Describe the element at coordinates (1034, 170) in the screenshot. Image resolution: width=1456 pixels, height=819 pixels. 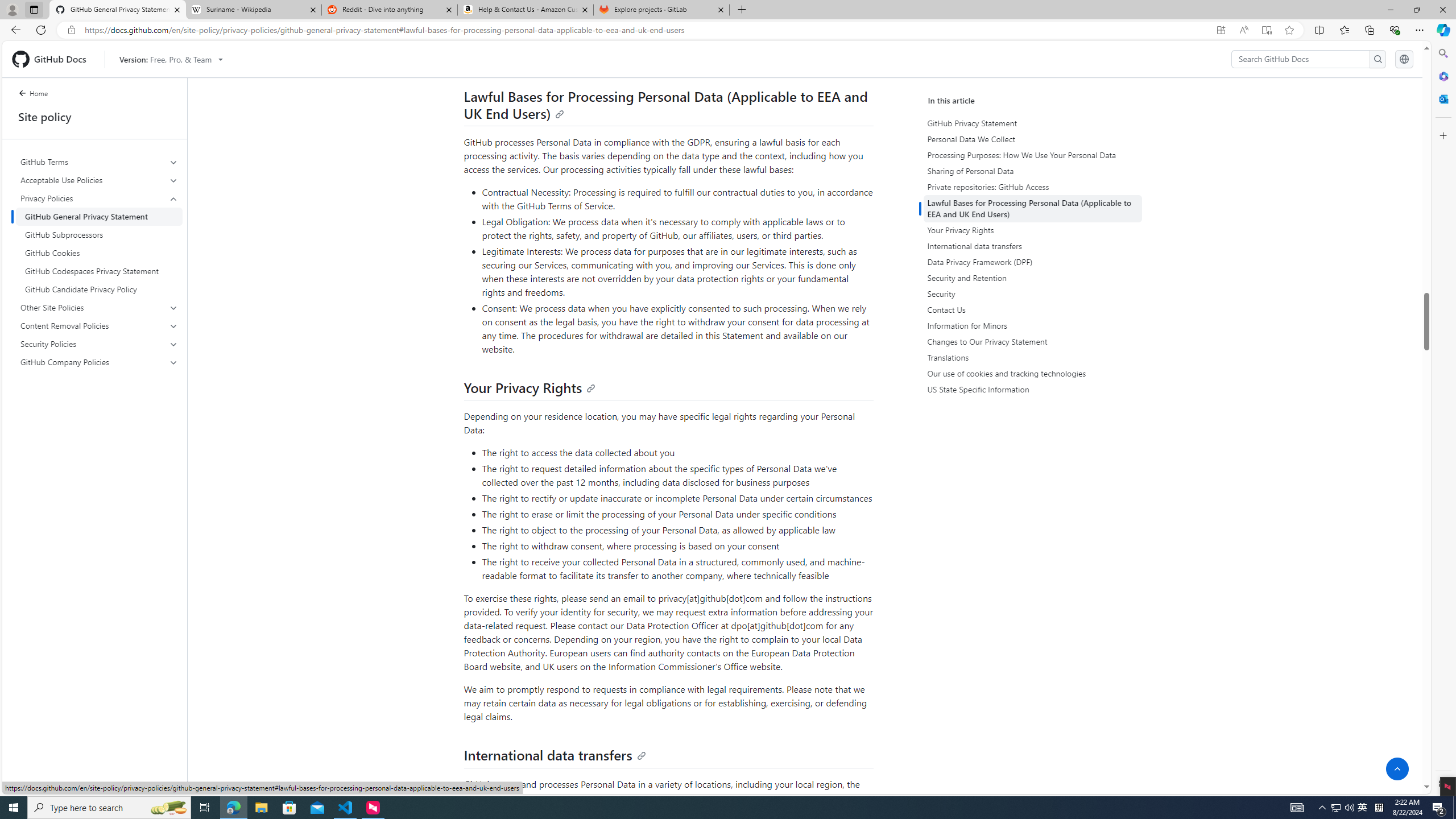
I see `'Sharing of Personal Data'` at that location.